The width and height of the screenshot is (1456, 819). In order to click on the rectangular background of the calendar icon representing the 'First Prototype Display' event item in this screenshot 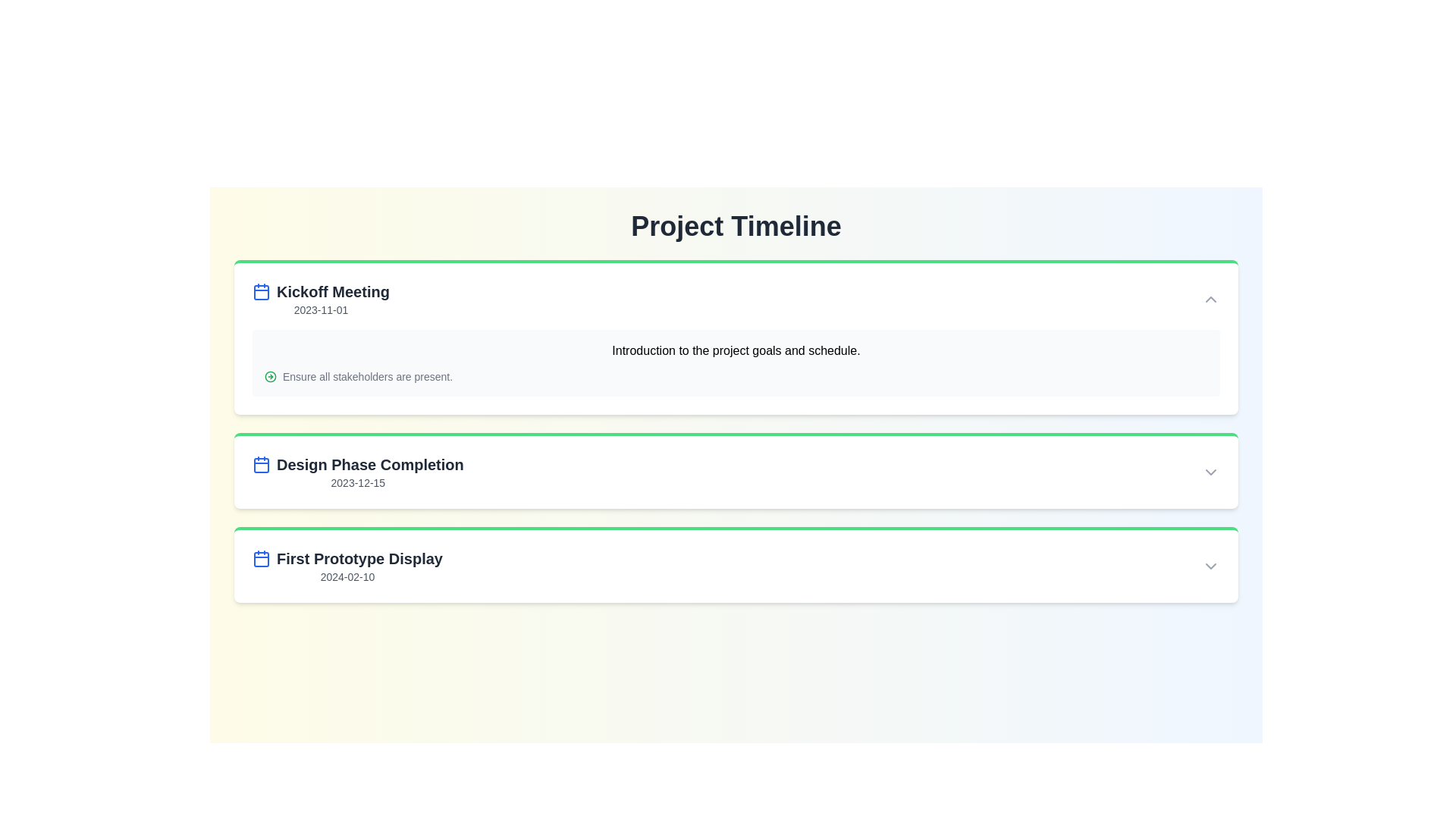, I will do `click(262, 559)`.